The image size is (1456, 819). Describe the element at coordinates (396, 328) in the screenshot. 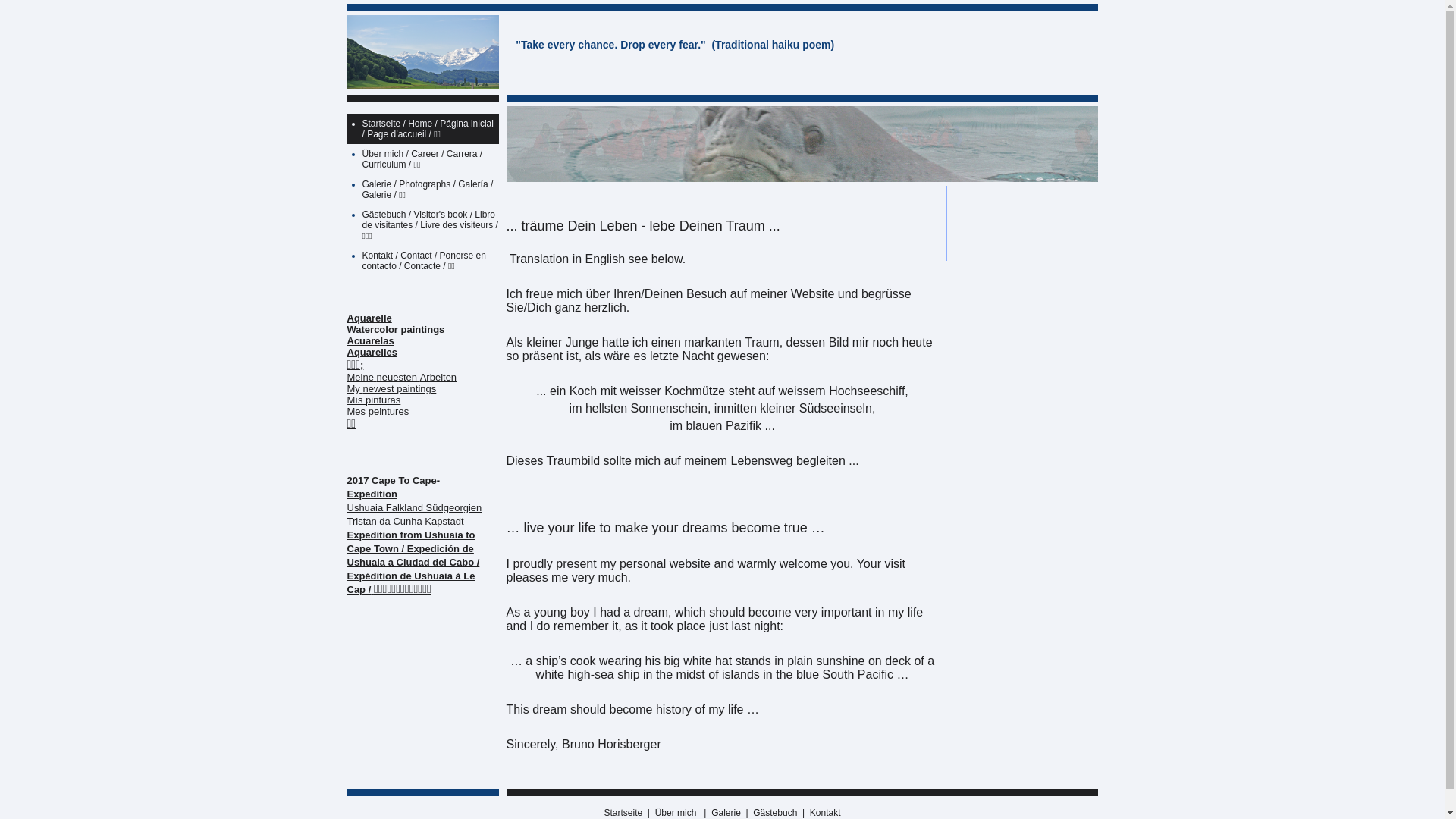

I see `'Watercolor paintings'` at that location.